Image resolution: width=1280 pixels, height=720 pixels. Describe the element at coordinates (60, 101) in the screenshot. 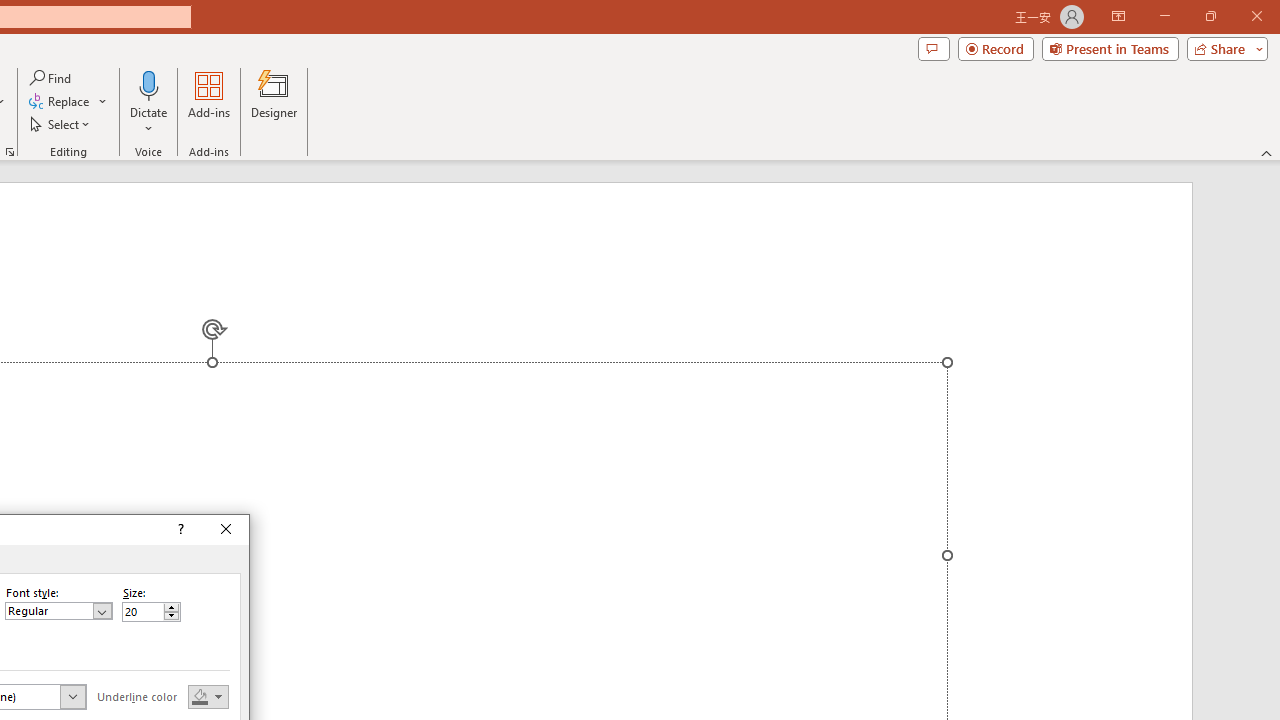

I see `'Replace...'` at that location.